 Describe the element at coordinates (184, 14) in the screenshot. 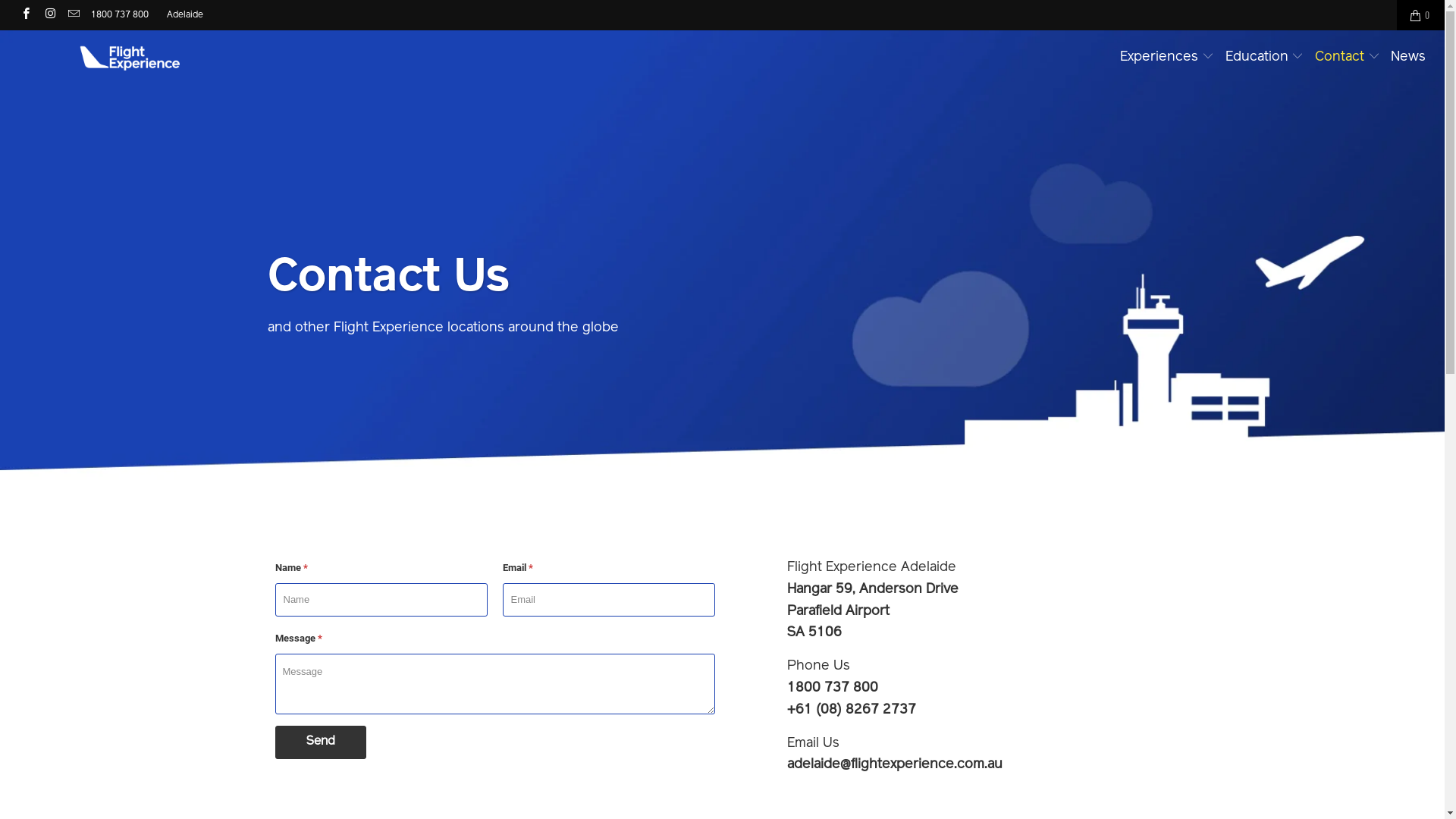

I see `'Adelaide'` at that location.